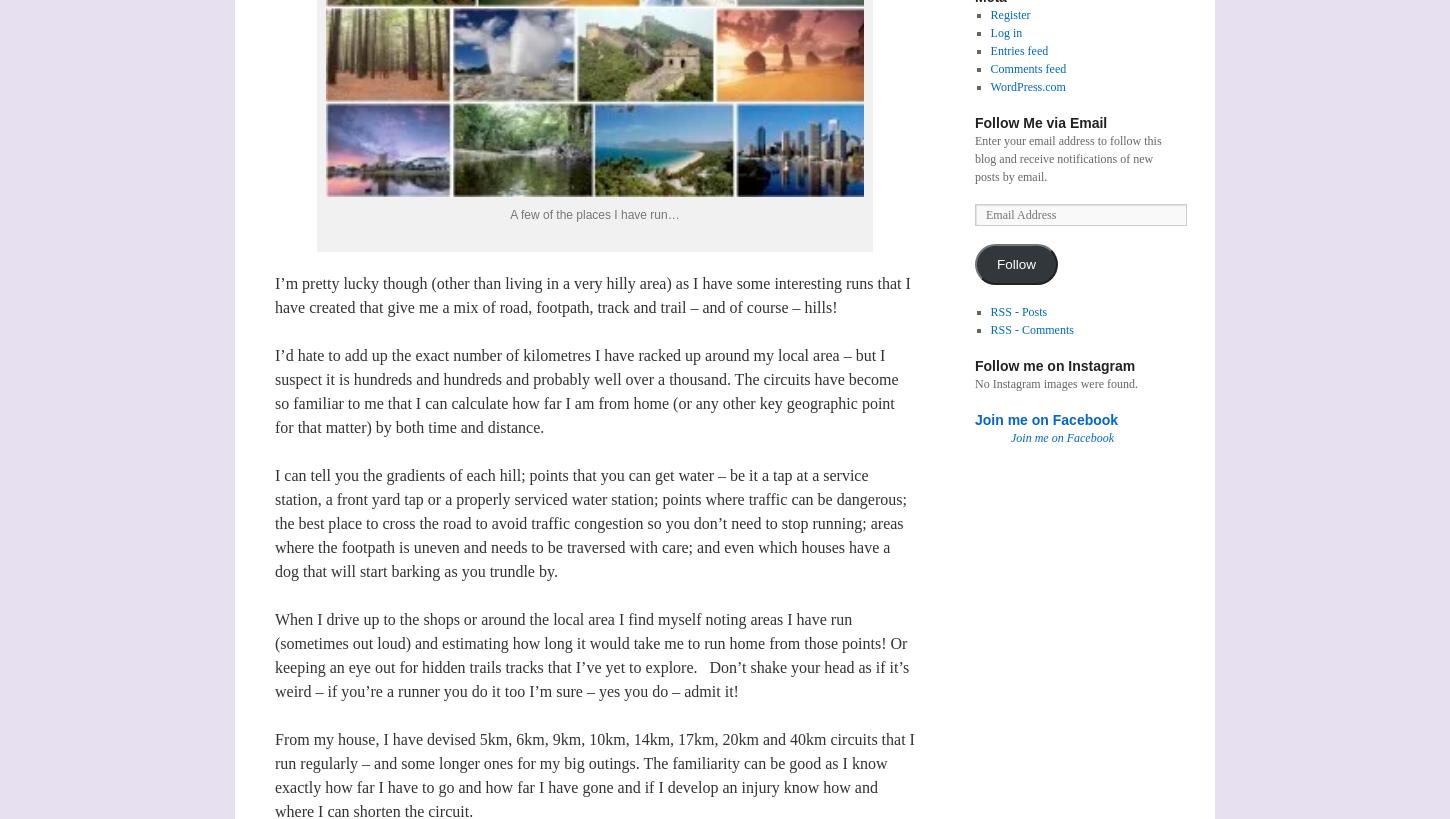  What do you see at coordinates (1056, 383) in the screenshot?
I see `'No Instagram images were found.'` at bounding box center [1056, 383].